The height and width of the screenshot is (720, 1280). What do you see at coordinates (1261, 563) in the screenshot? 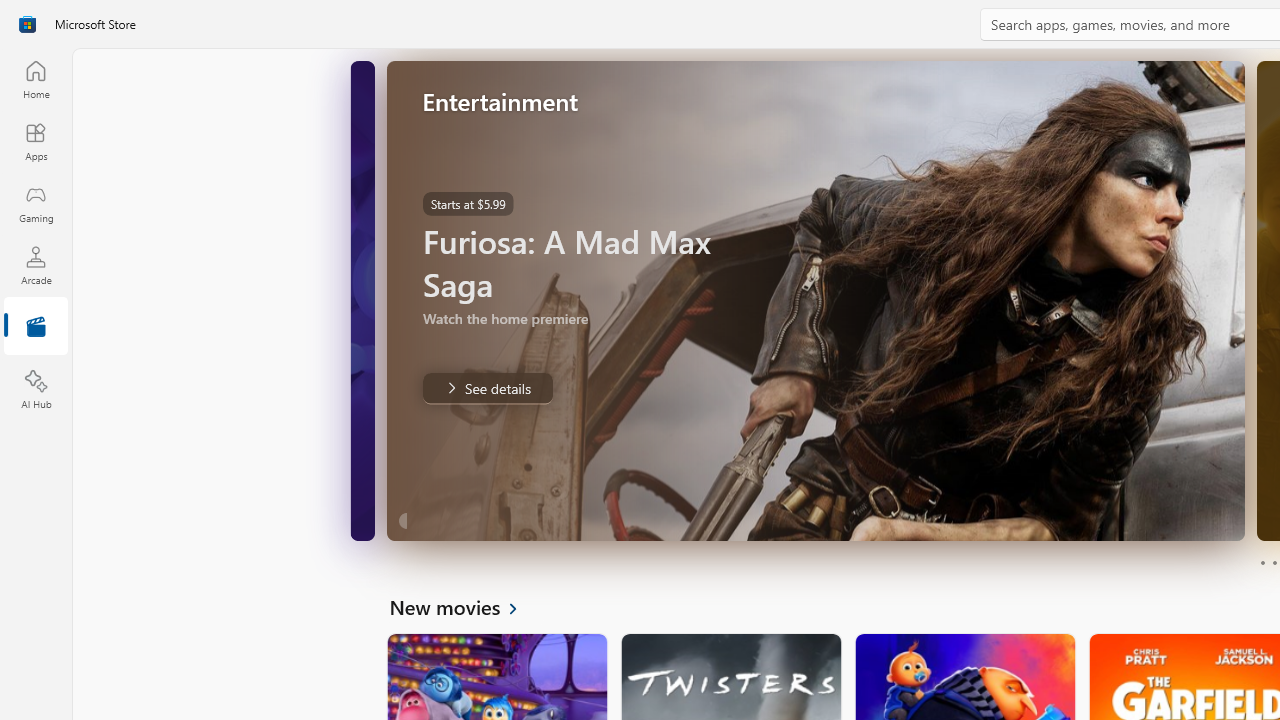
I see `'Page 1'` at bounding box center [1261, 563].